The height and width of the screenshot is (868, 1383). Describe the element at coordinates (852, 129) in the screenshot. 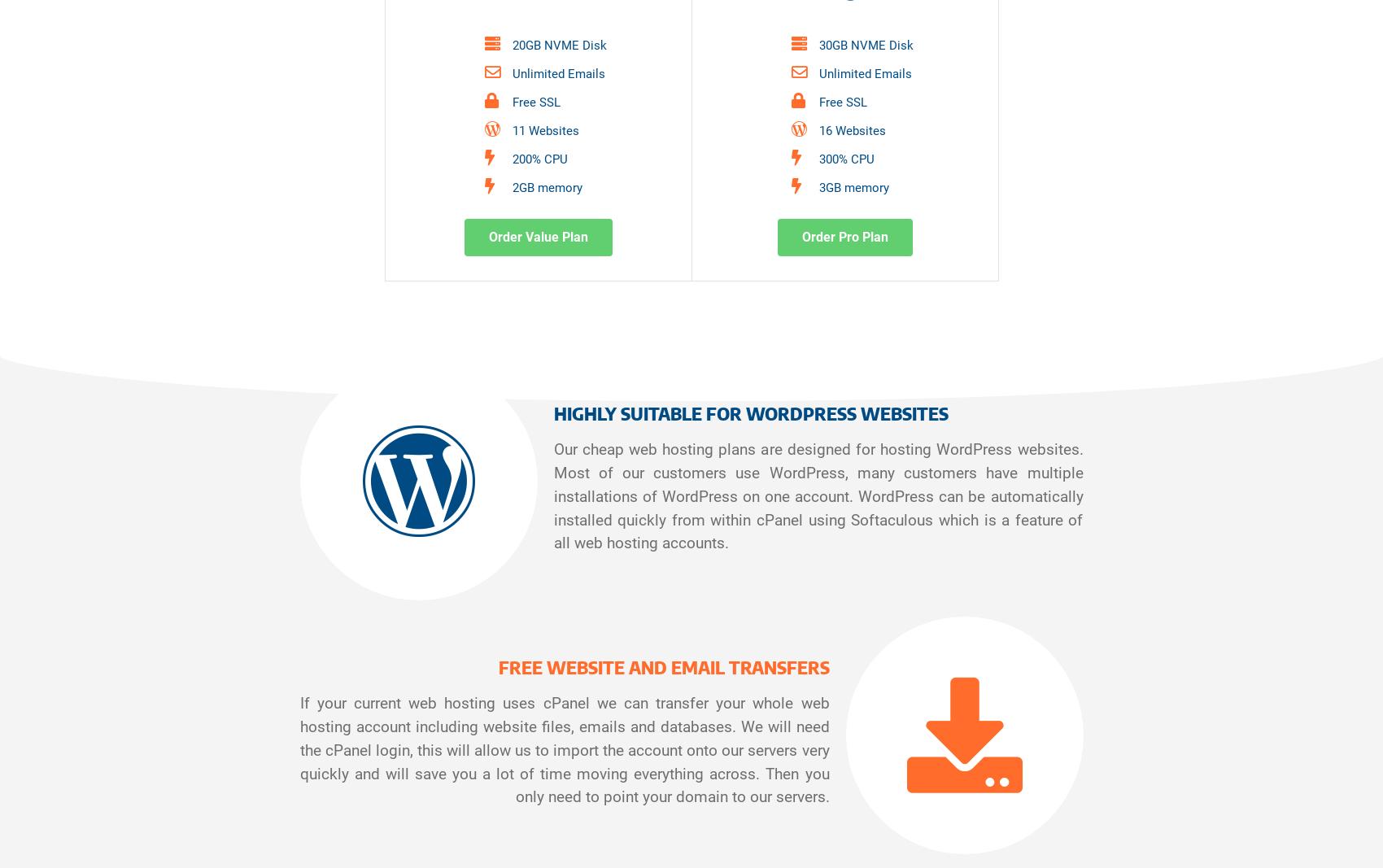

I see `'16 Websites'` at that location.